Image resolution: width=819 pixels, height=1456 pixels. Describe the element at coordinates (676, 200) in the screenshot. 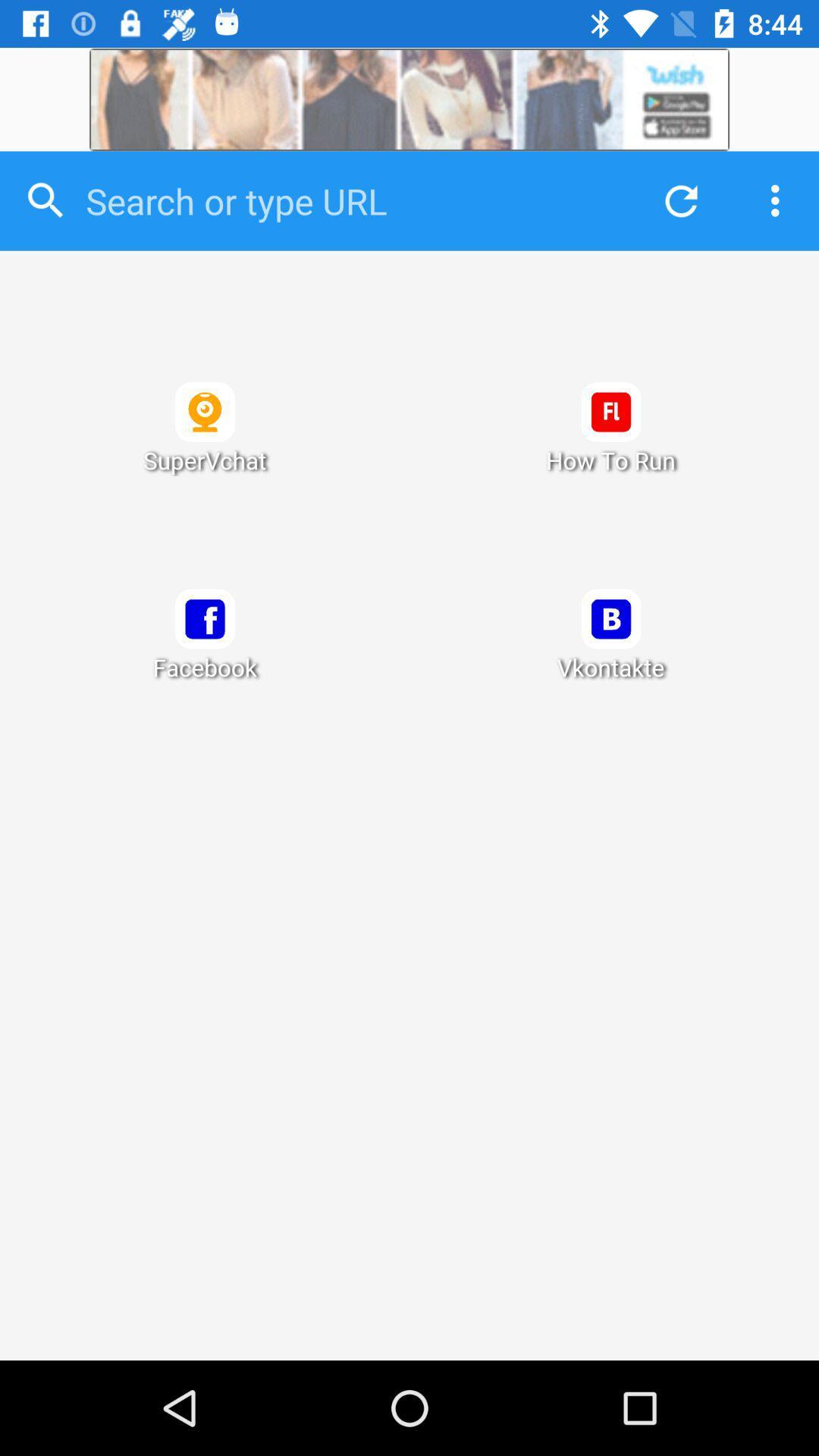

I see `reload` at that location.